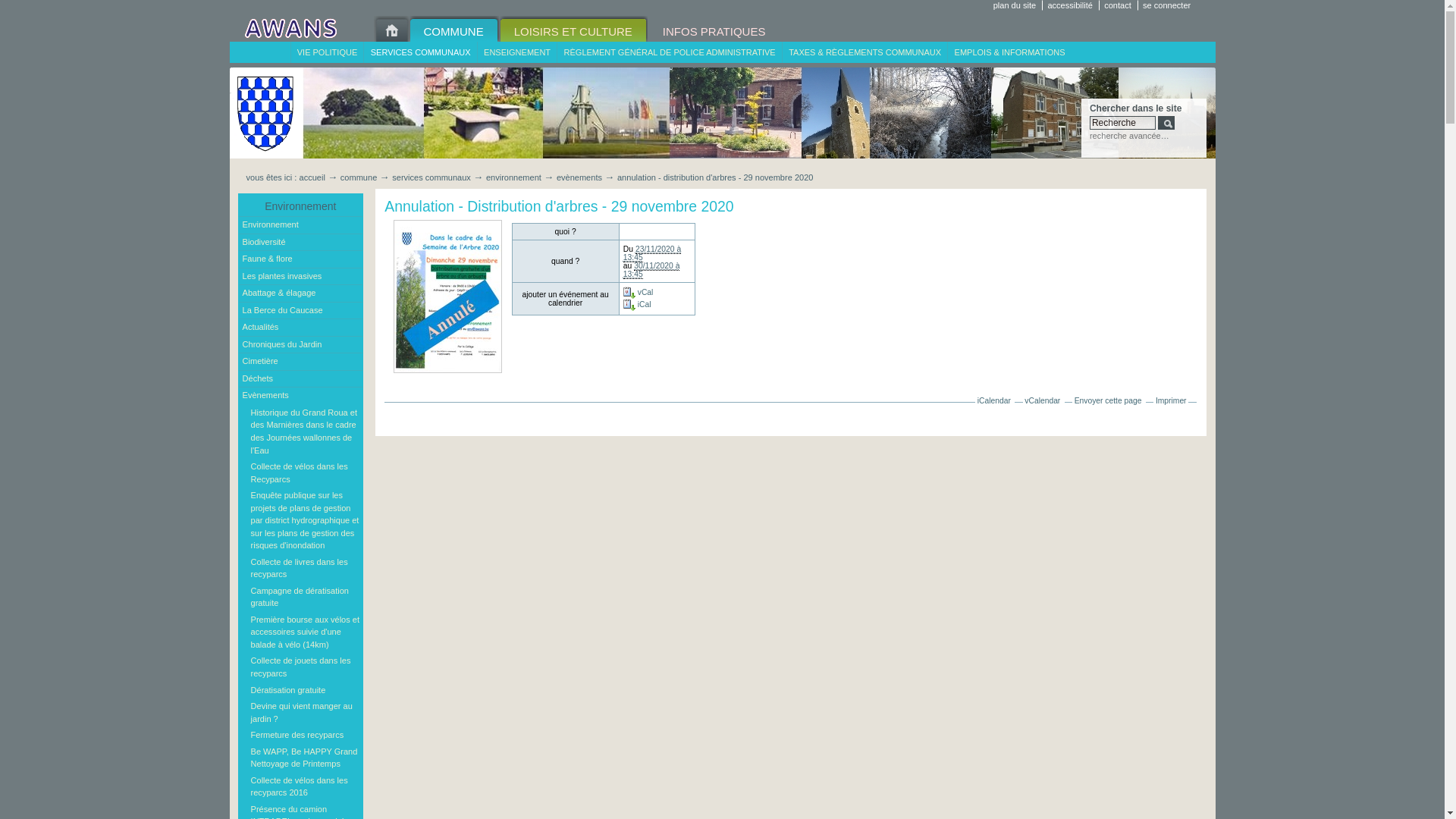 The image size is (1456, 819). Describe the element at coordinates (637, 304) in the screenshot. I see `'iCal'` at that location.